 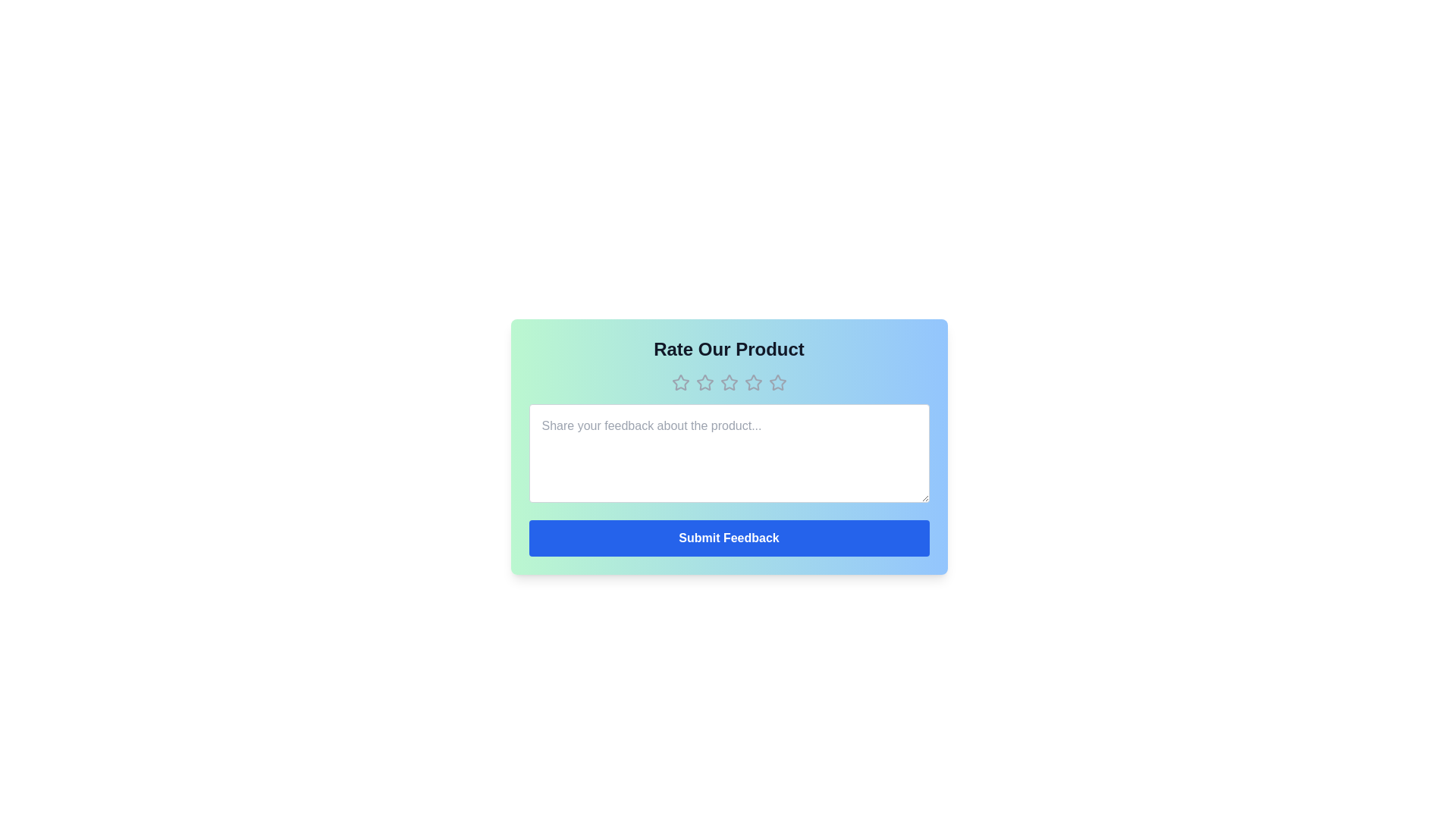 What do you see at coordinates (729, 452) in the screenshot?
I see `the center of the text area to focus it` at bounding box center [729, 452].